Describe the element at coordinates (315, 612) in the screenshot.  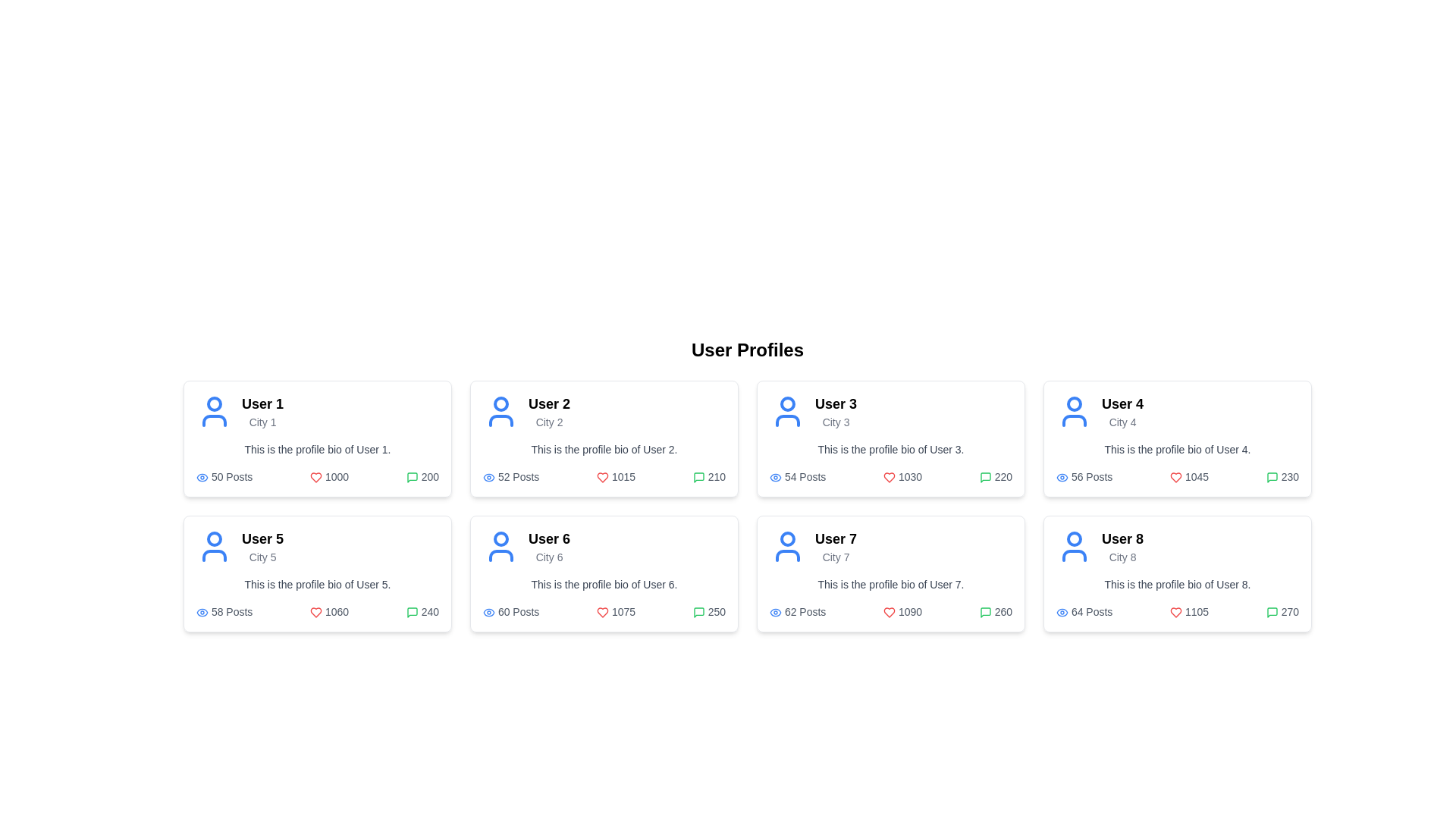
I see `the small red outlined heart icon representing a 'like' action, located to the left of the number 1060 in 'User 5's profile card` at that location.